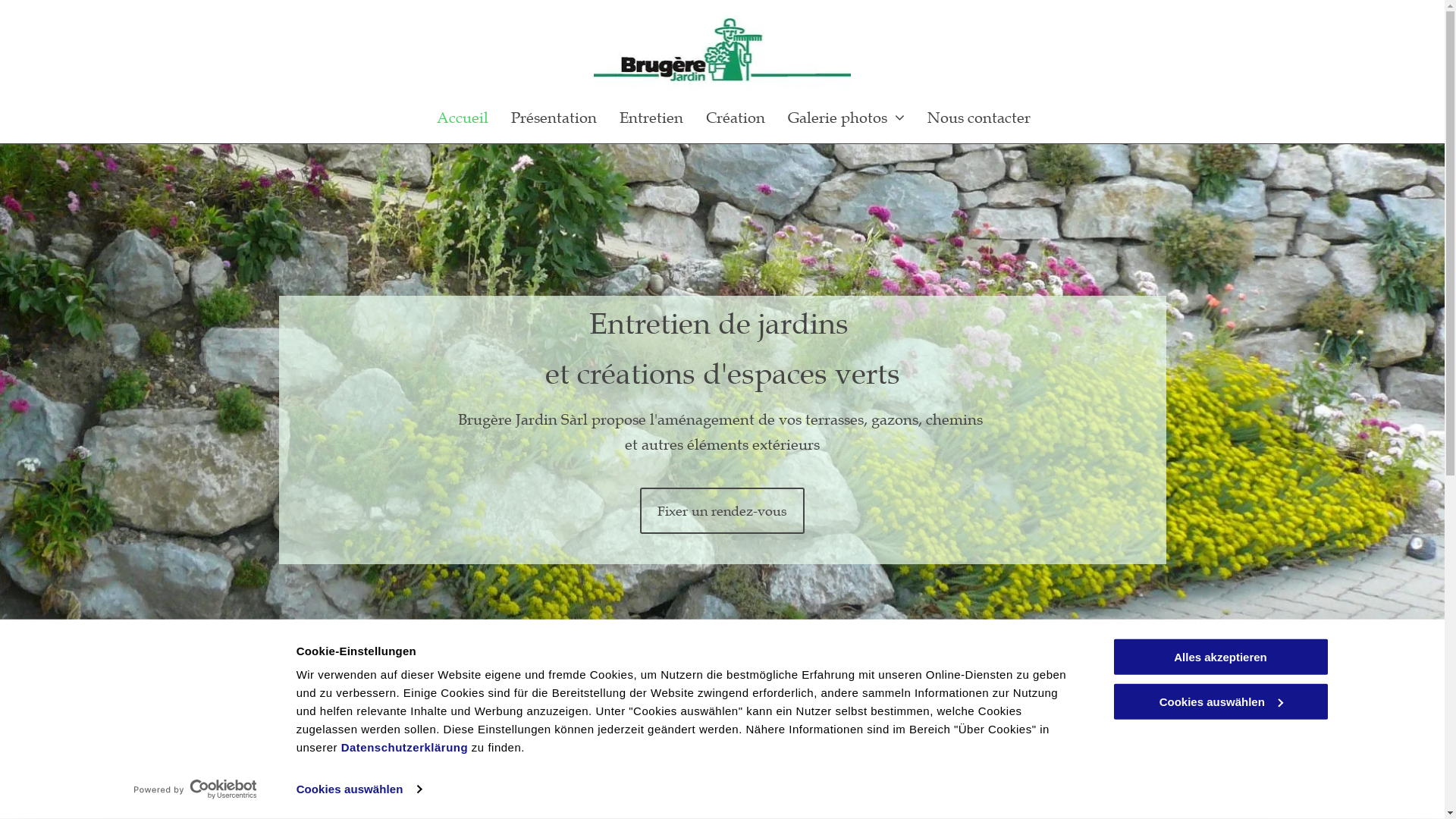 Image resolution: width=1456 pixels, height=819 pixels. I want to click on 'Galerie photos', so click(846, 116).